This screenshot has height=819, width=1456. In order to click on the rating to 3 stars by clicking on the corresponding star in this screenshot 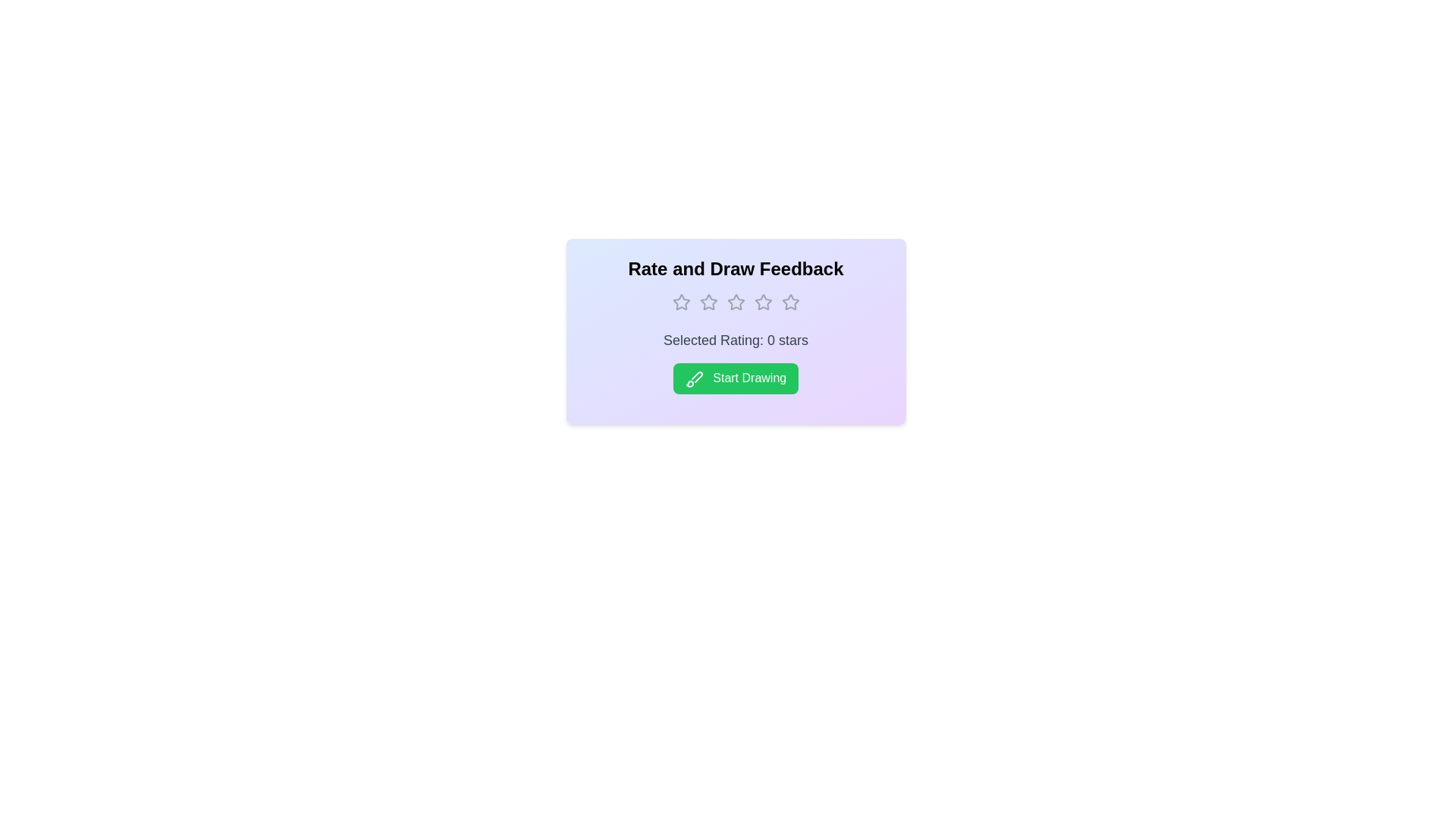, I will do `click(736, 302)`.